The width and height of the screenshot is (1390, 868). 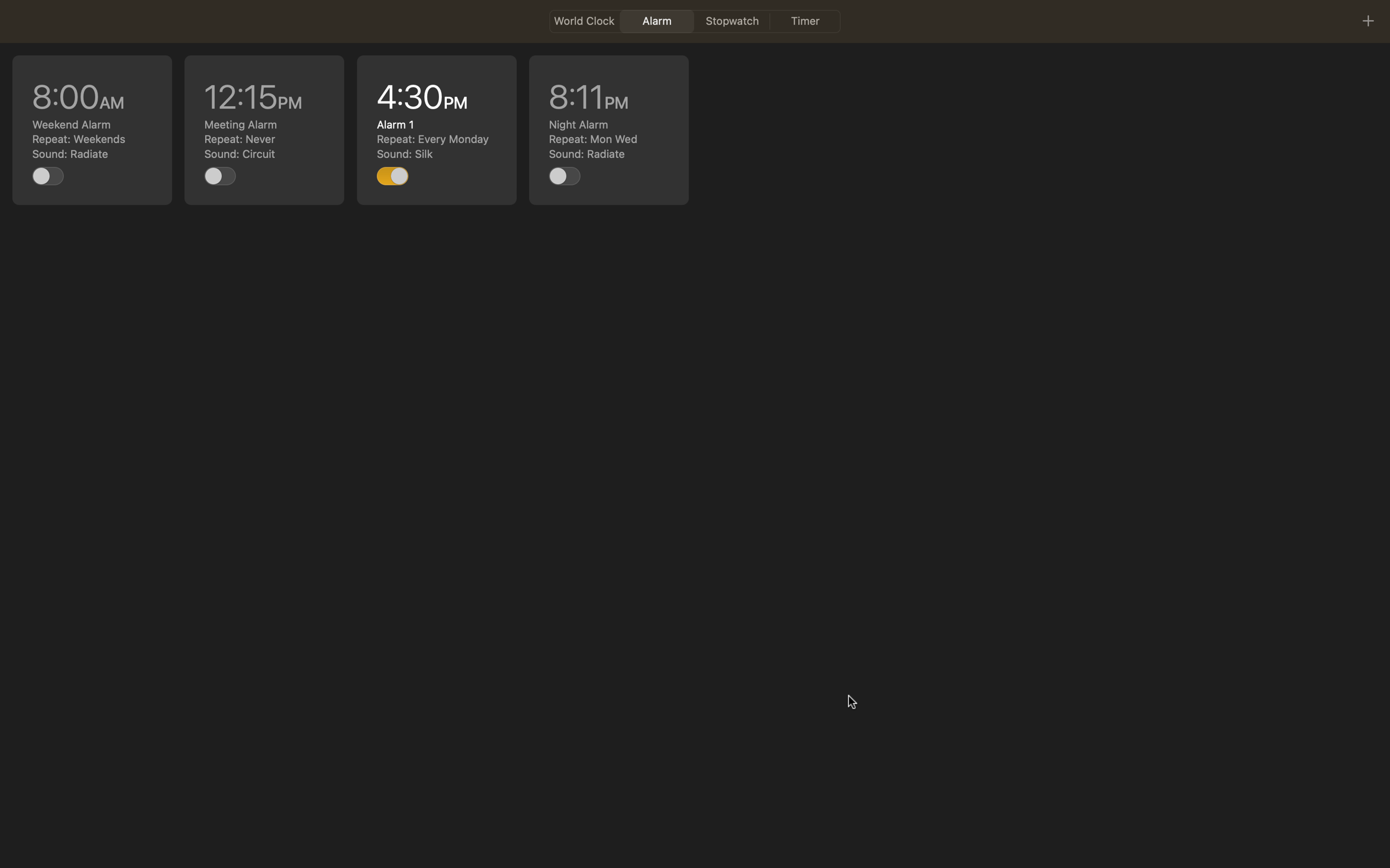 What do you see at coordinates (92, 129) in the screenshot?
I see `Update the task set for 8am` at bounding box center [92, 129].